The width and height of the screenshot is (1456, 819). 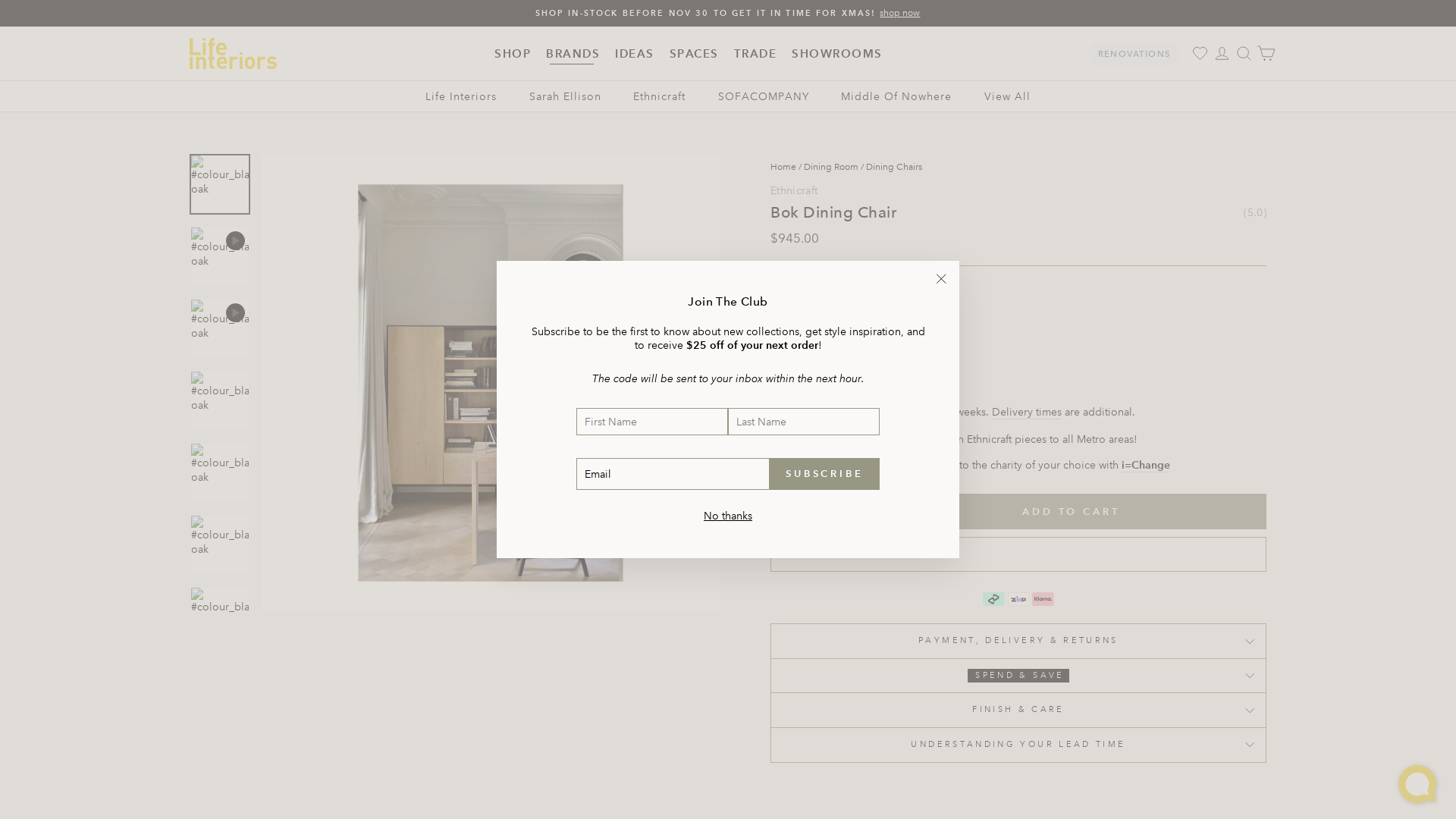 What do you see at coordinates (460, 96) in the screenshot?
I see `'Life Interiors'` at bounding box center [460, 96].